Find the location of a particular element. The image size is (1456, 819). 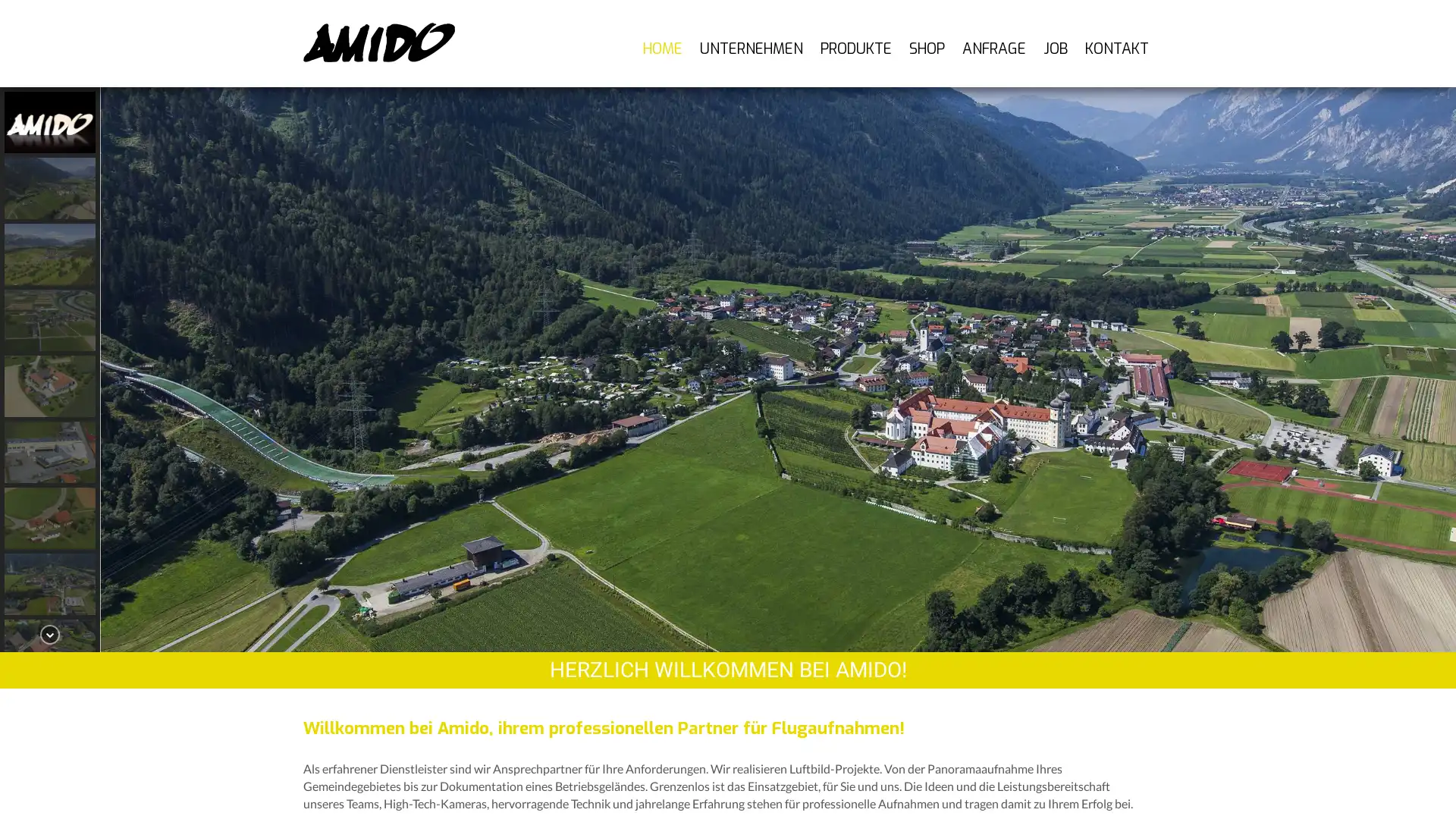

Thumbnail 5 - copy - copy - copy is located at coordinates (50, 649).